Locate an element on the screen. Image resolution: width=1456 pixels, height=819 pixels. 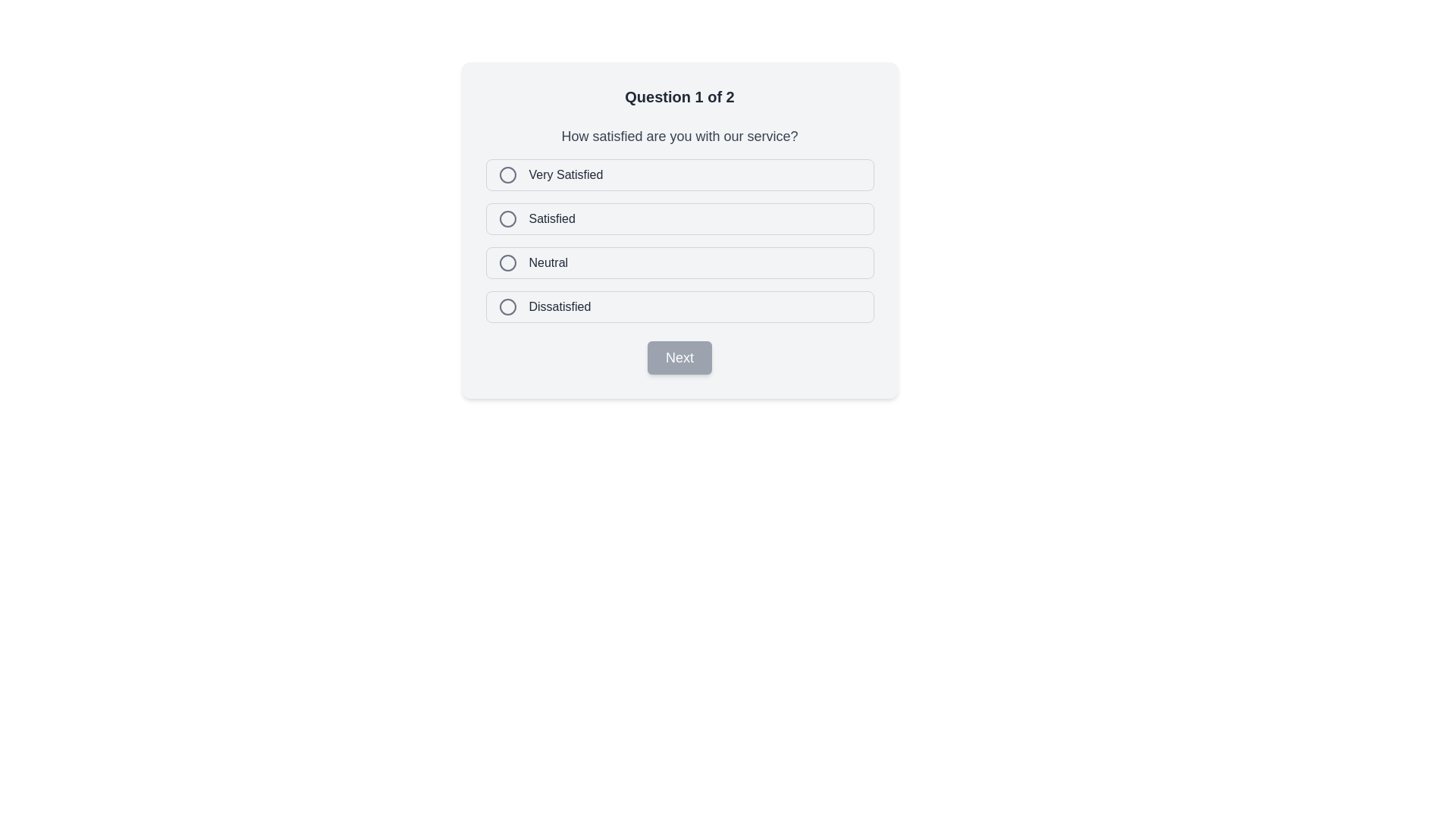
the inner circle of the radio button adjacent to the 'Neutral' label is located at coordinates (507, 262).